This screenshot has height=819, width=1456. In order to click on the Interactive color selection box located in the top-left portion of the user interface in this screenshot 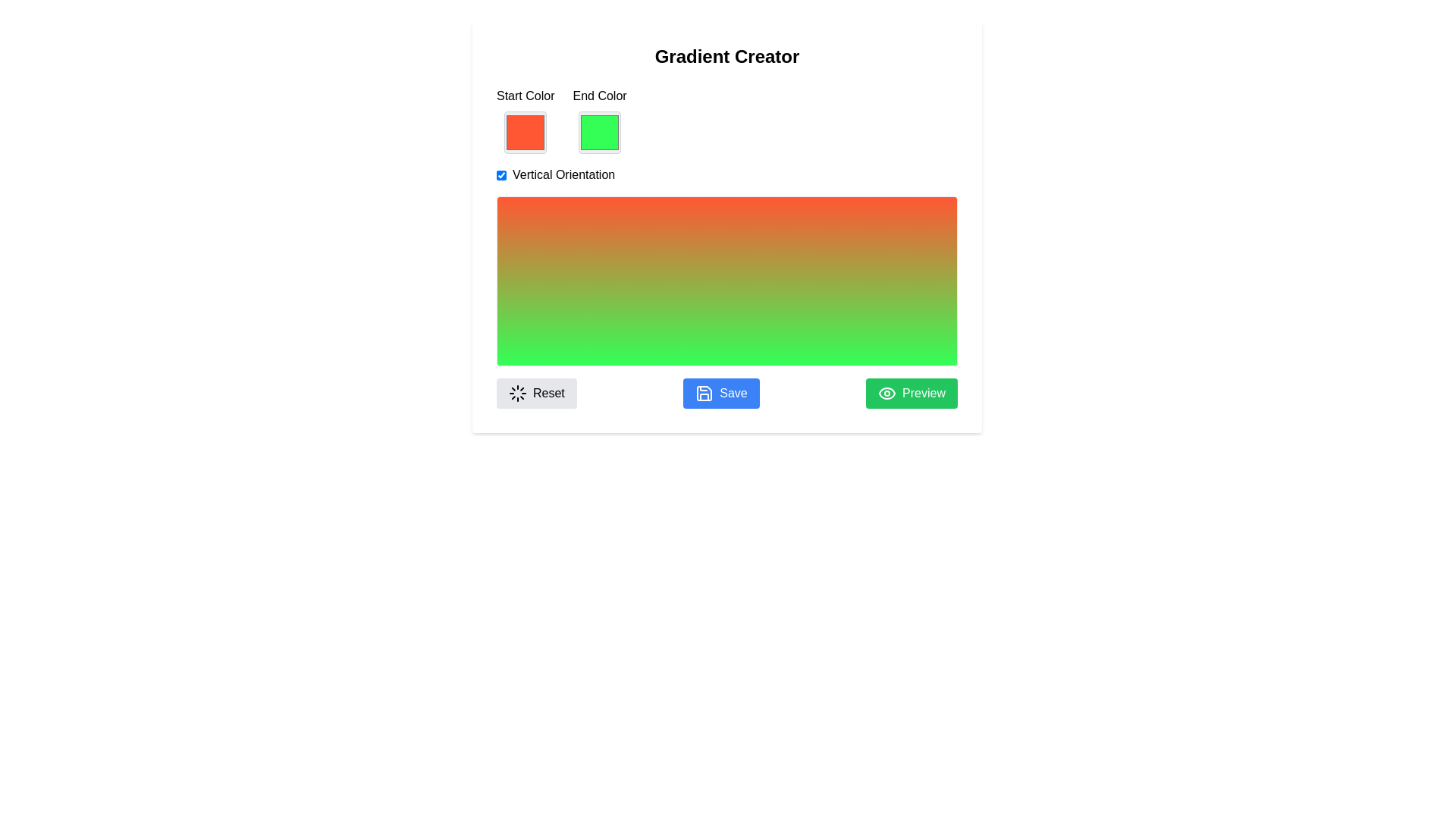, I will do `click(526, 119)`.